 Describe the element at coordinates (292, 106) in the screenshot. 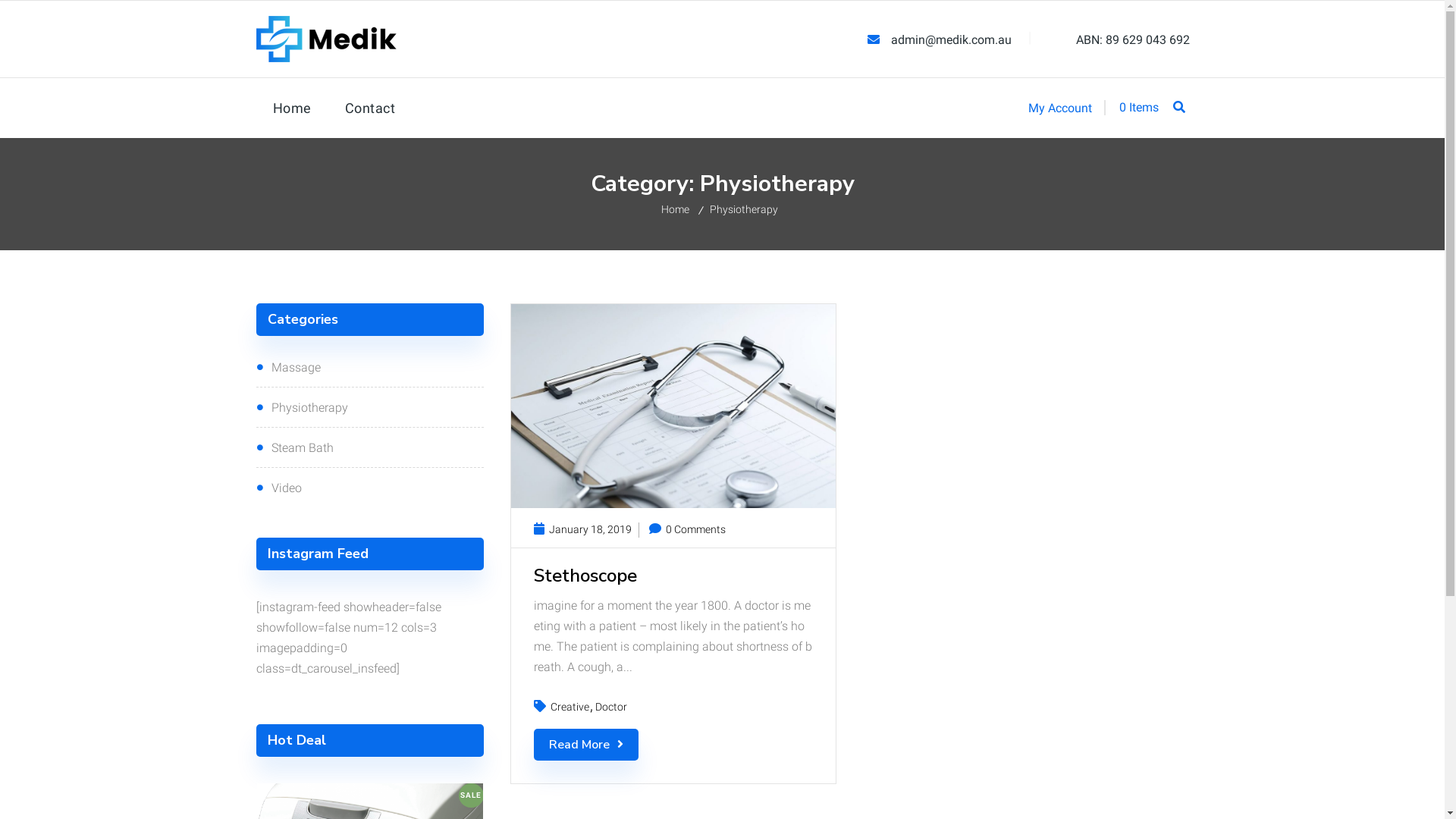

I see `'Home'` at that location.